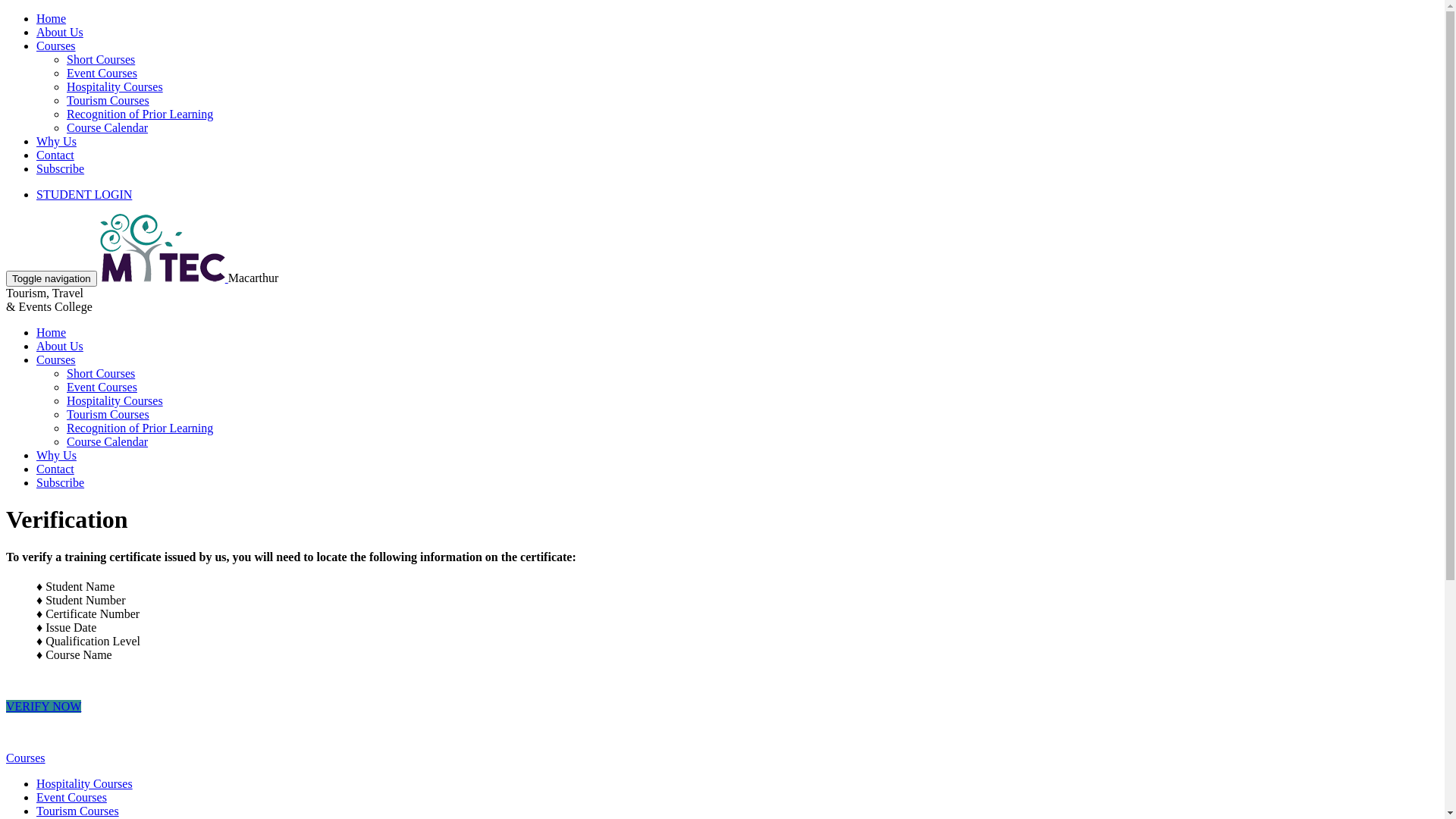 The width and height of the screenshot is (1456, 819). I want to click on 'Toggle navigation', so click(51, 278).